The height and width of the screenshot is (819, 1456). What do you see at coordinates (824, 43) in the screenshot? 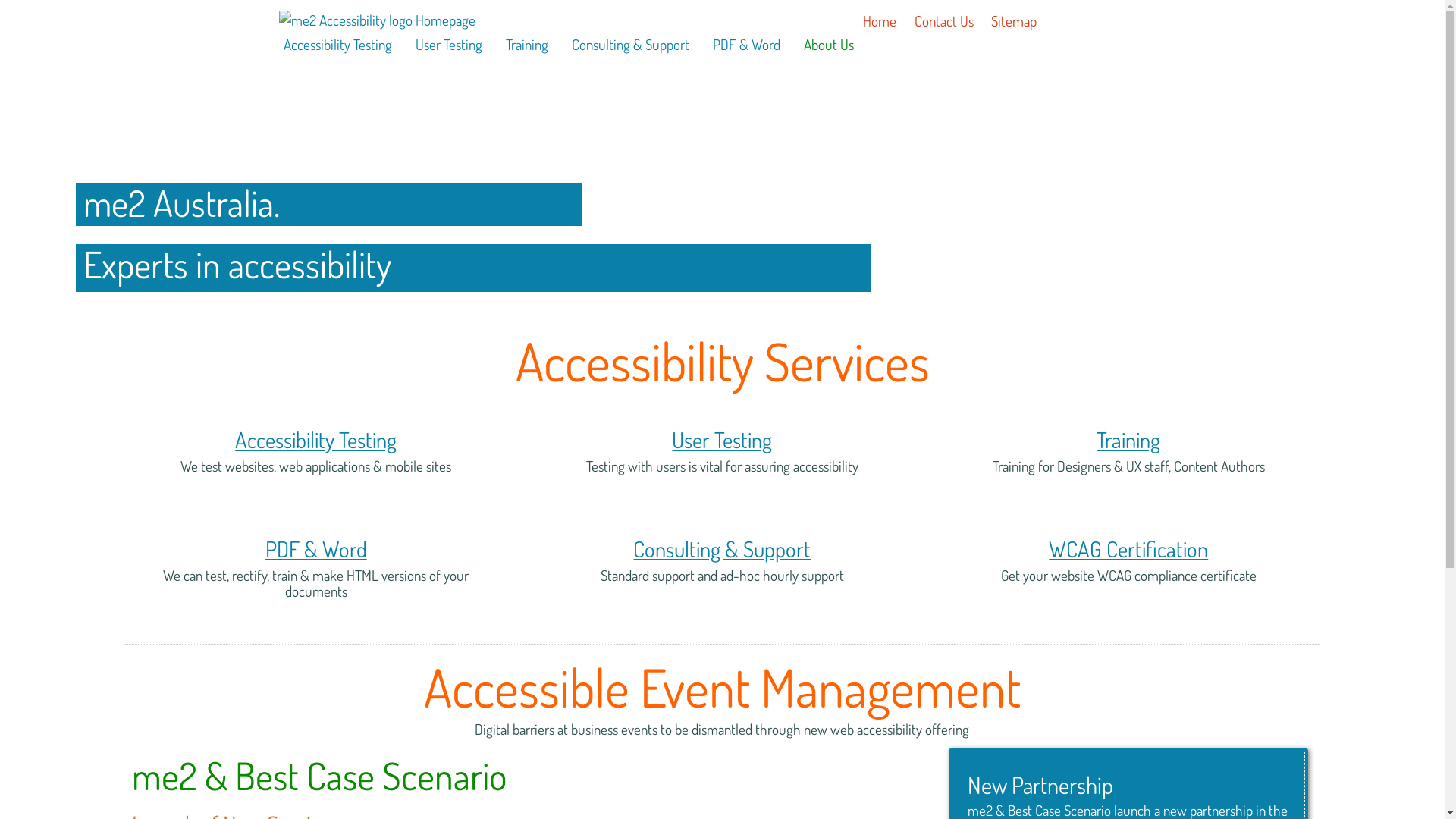
I see `'About Us'` at bounding box center [824, 43].